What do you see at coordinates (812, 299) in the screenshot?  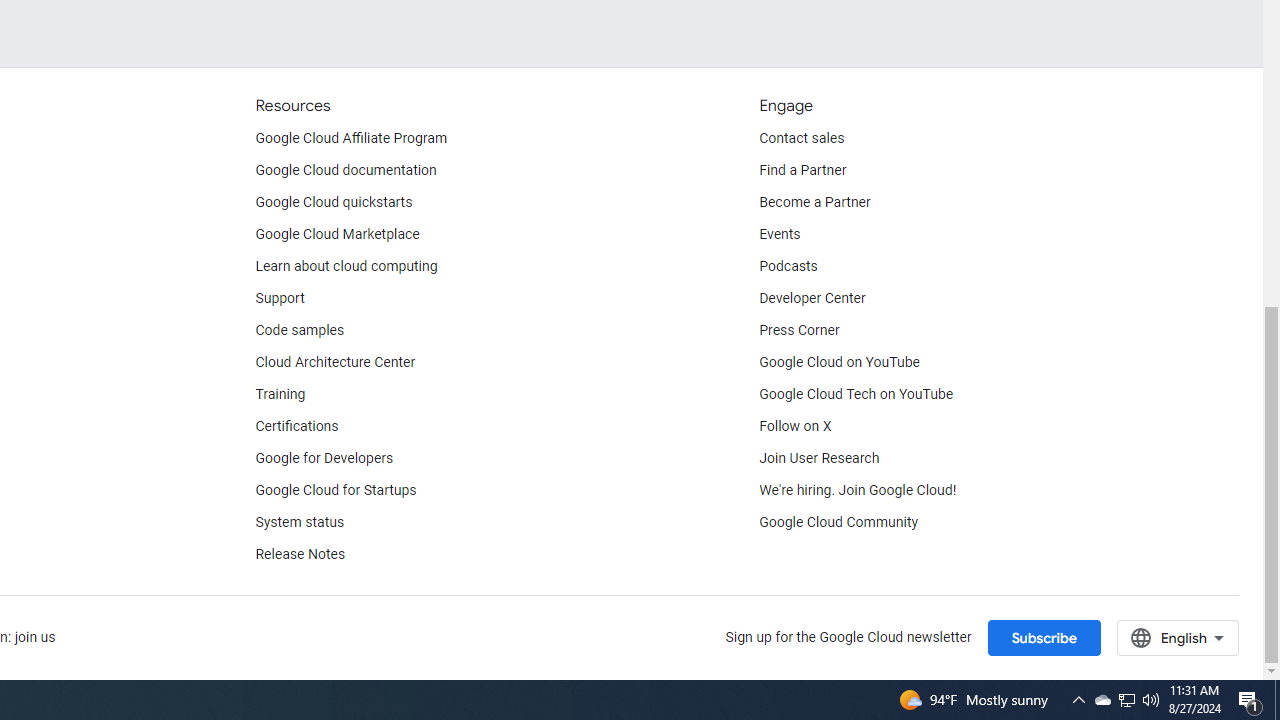 I see `'Developer Center'` at bounding box center [812, 299].